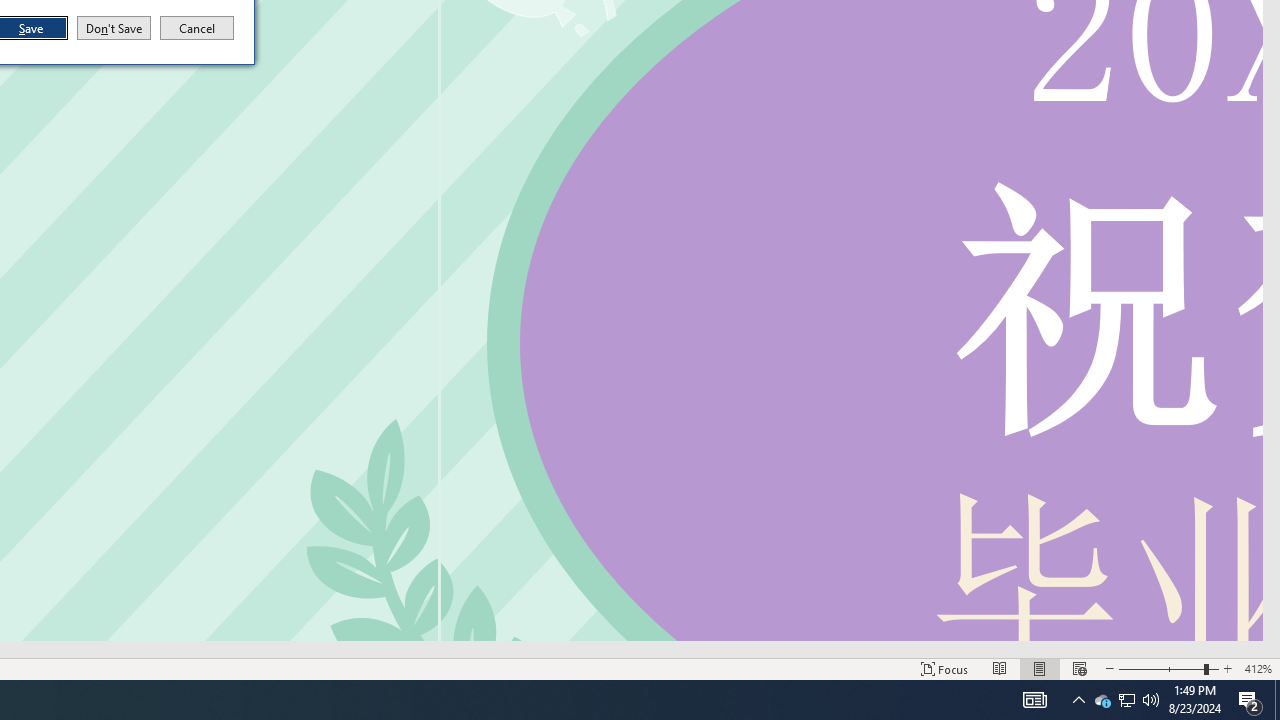 The width and height of the screenshot is (1280, 720). Describe the element at coordinates (1276, 698) in the screenshot. I see `'Show desktop'` at that location.